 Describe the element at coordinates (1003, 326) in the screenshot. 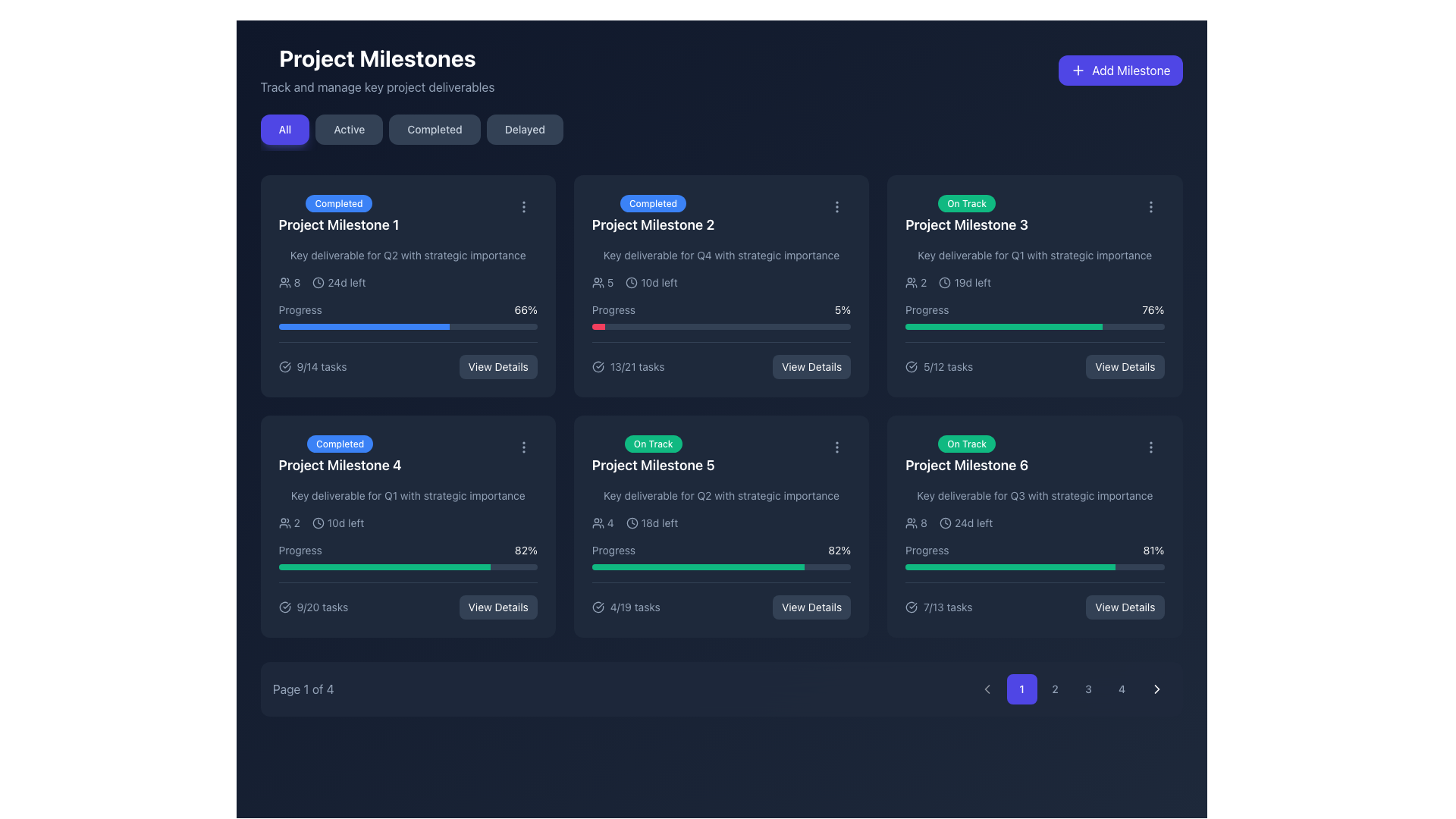

I see `the progress indicator of the progress bar located within the 'Project Milestone 3' card, beneath the milestone description and above the task completion text` at that location.